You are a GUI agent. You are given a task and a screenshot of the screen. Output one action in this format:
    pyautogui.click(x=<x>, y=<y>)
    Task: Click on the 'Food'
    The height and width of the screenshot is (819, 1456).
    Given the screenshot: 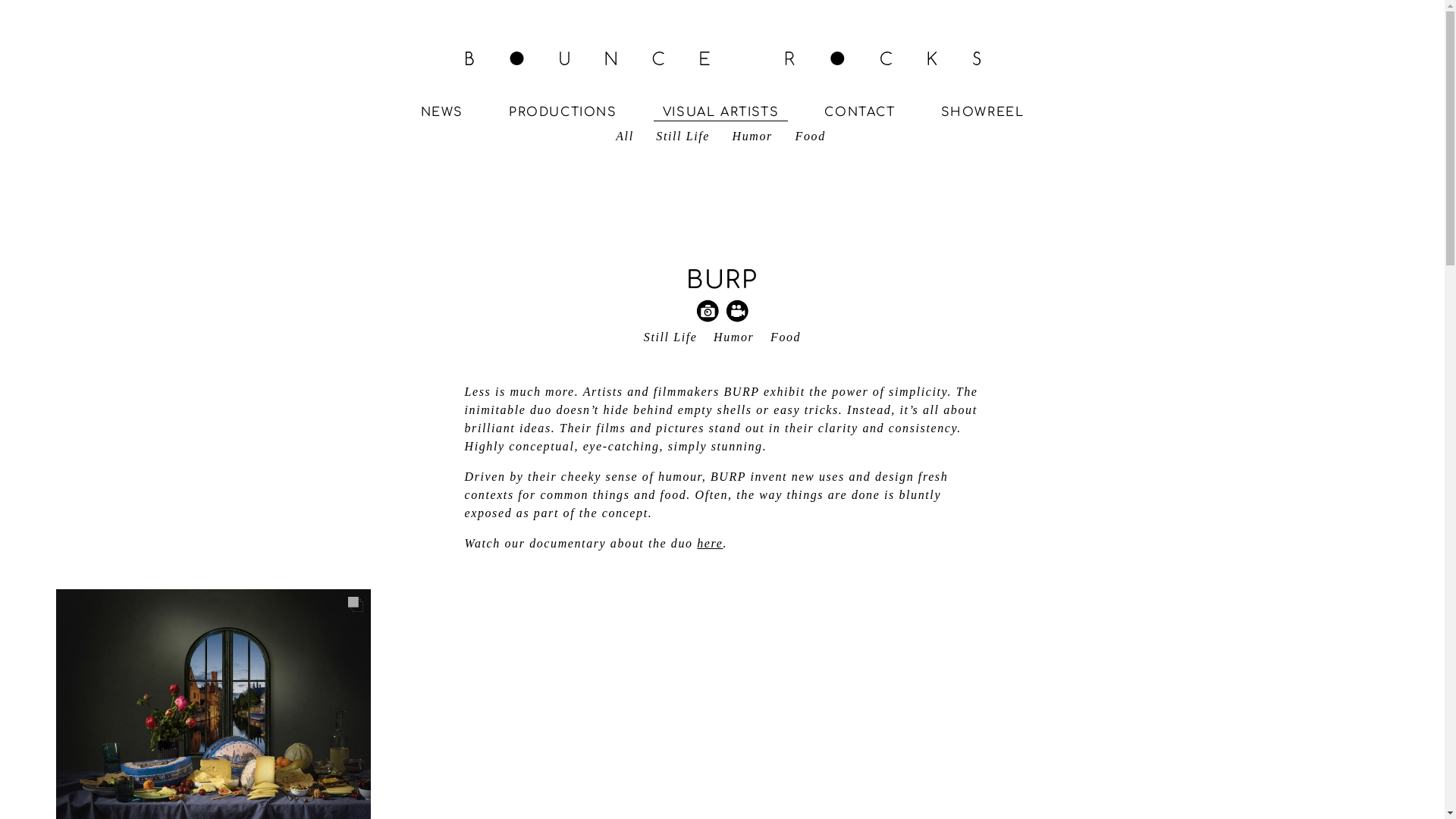 What is the action you would take?
    pyautogui.click(x=786, y=336)
    